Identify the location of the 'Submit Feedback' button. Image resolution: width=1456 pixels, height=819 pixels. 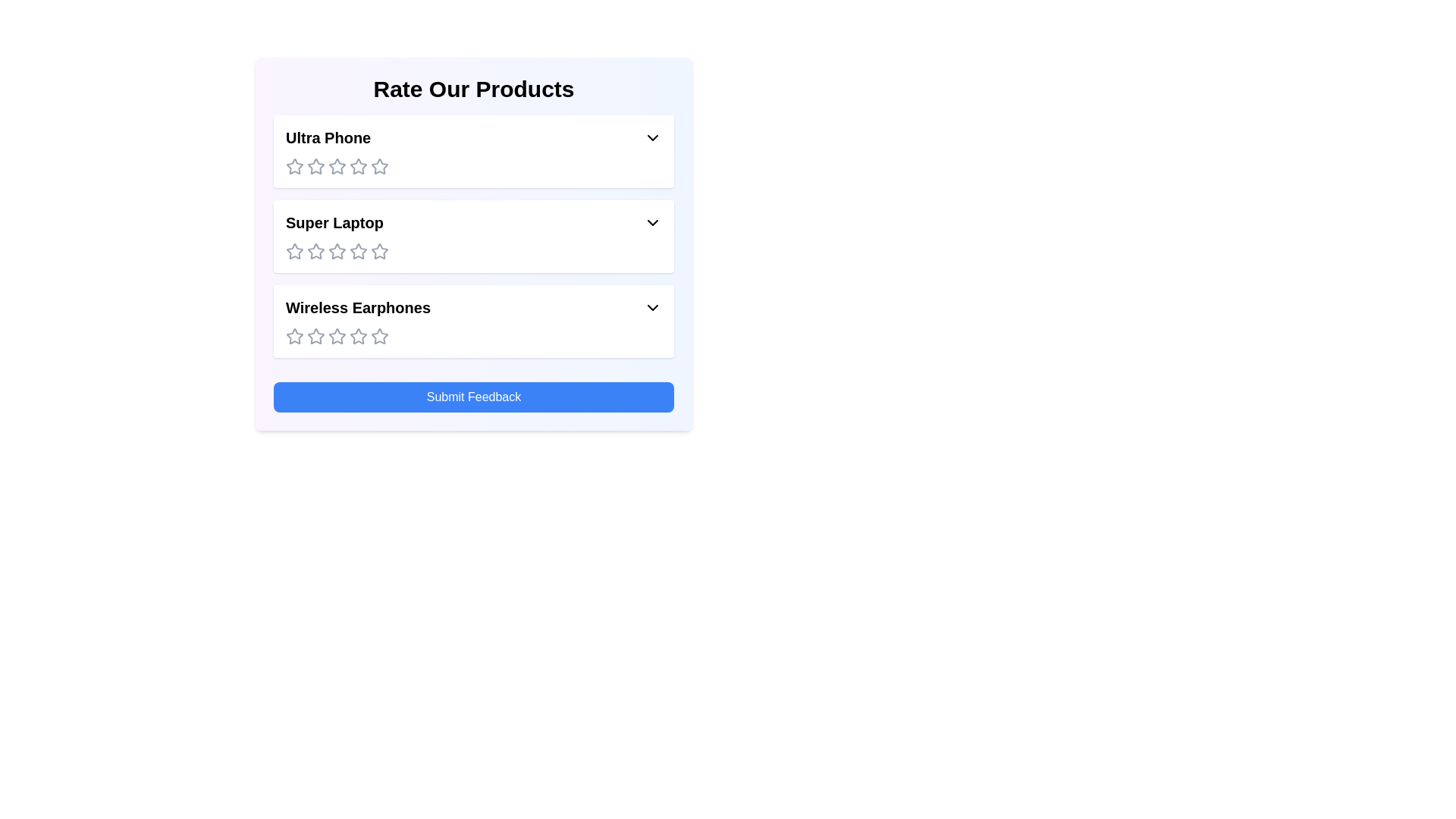
(472, 397).